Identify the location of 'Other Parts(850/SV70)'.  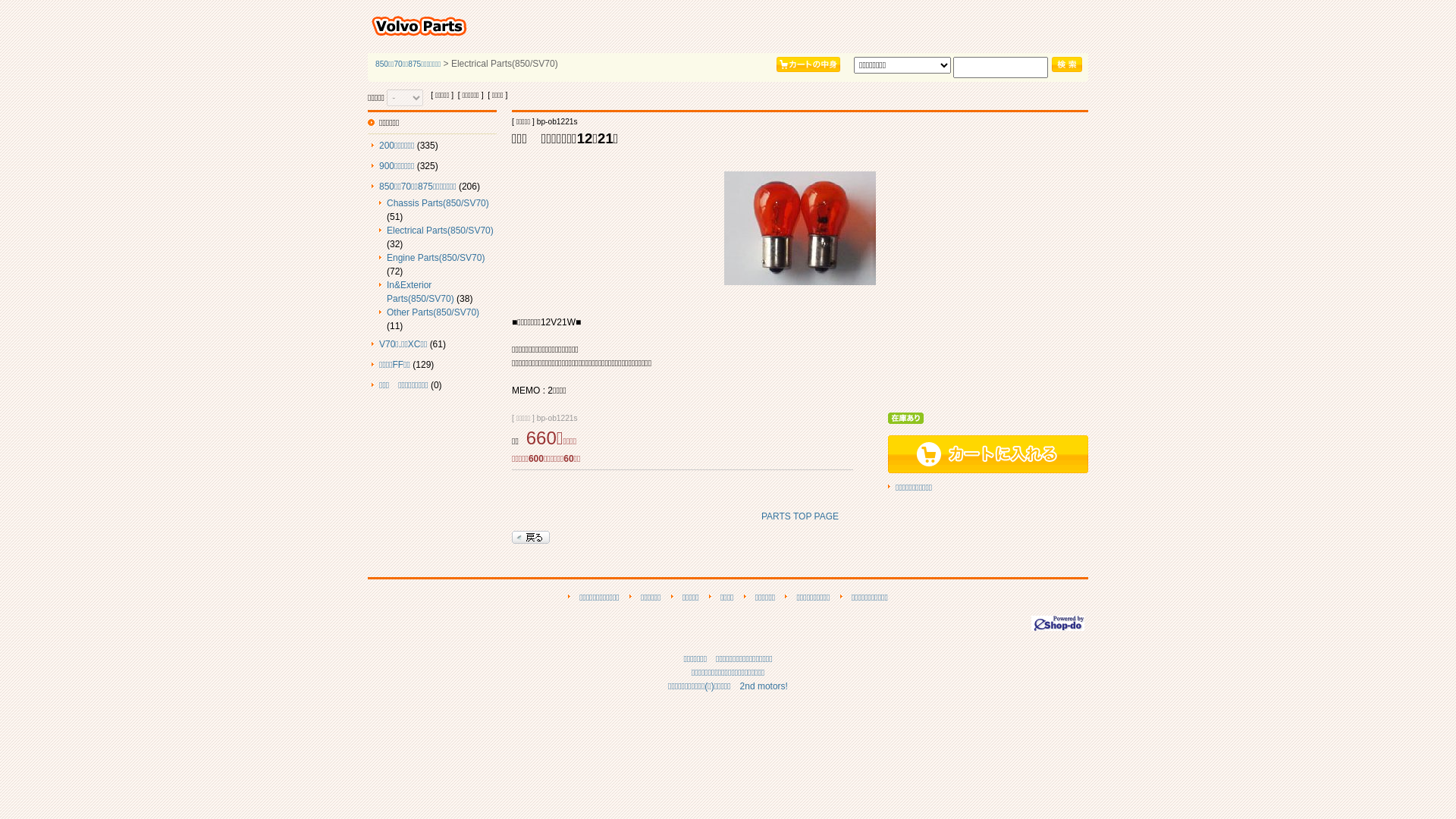
(432, 312).